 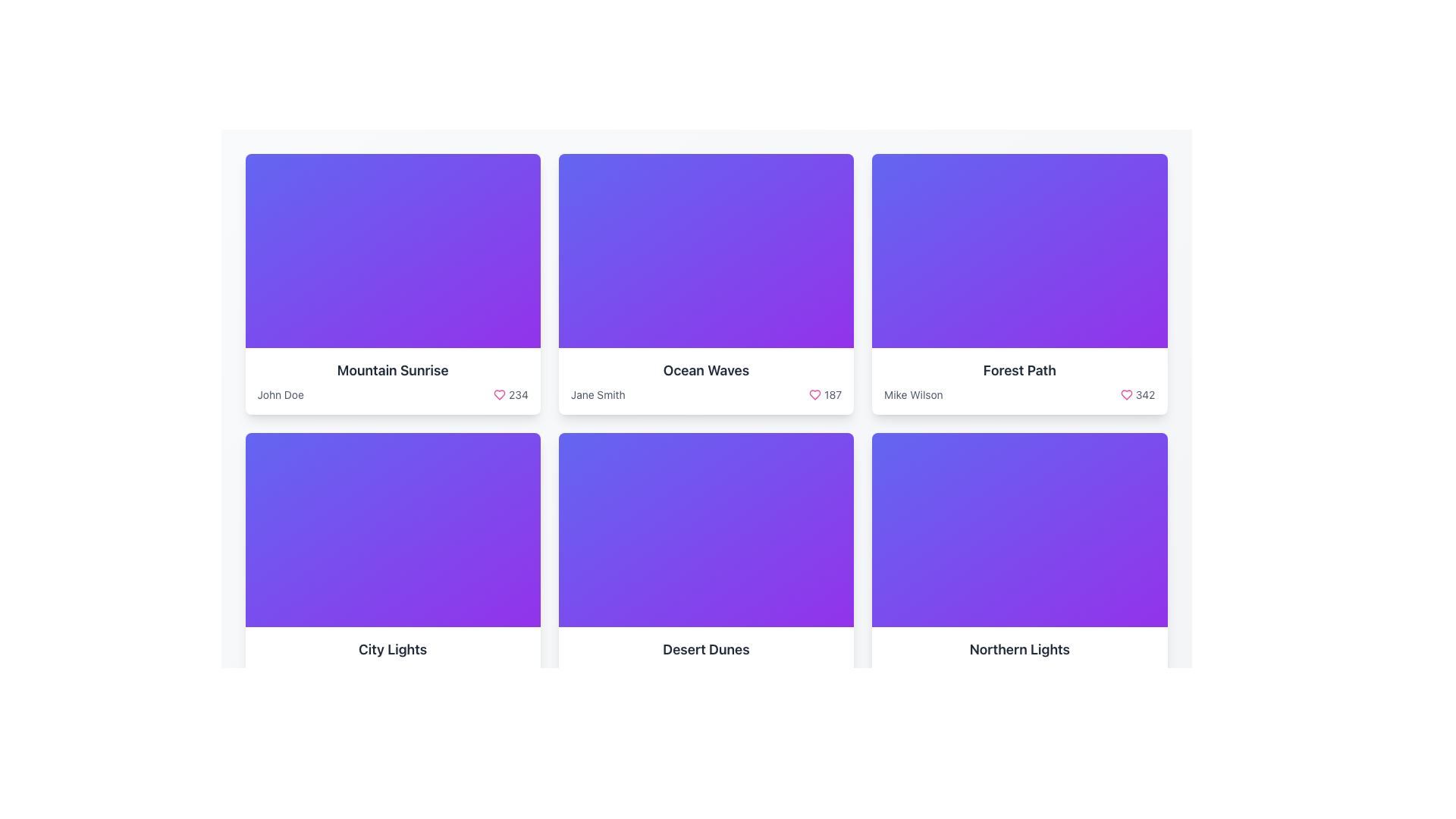 What do you see at coordinates (518, 394) in the screenshot?
I see `text displayed in the likes counter for the 'Mountain Sunrise' item, which is located to the right of the heart icon in the top-left card of the grid` at bounding box center [518, 394].